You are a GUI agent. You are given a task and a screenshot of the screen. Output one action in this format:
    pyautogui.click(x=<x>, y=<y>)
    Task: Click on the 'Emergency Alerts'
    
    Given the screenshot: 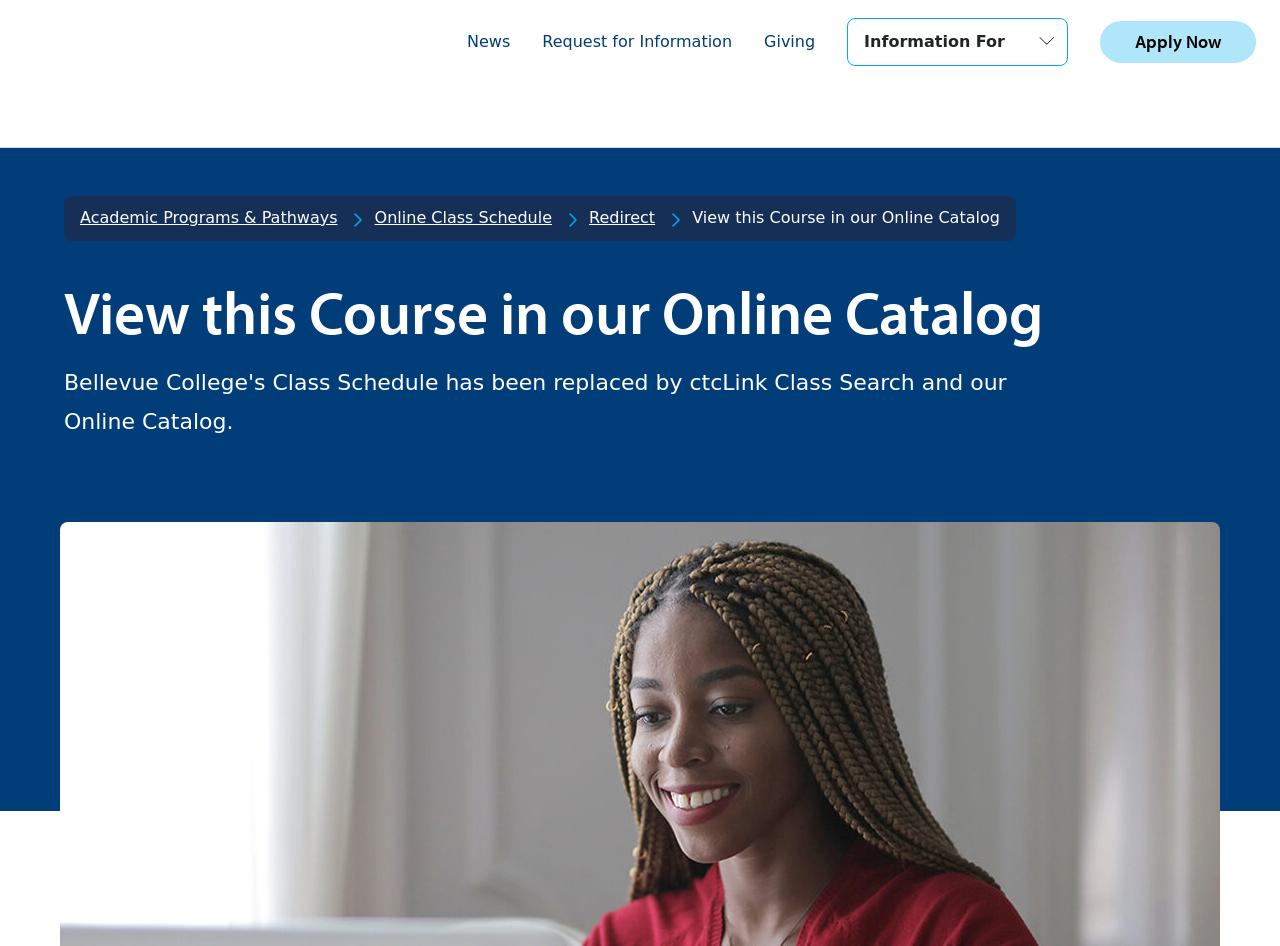 What is the action you would take?
    pyautogui.click(x=1062, y=668)
    